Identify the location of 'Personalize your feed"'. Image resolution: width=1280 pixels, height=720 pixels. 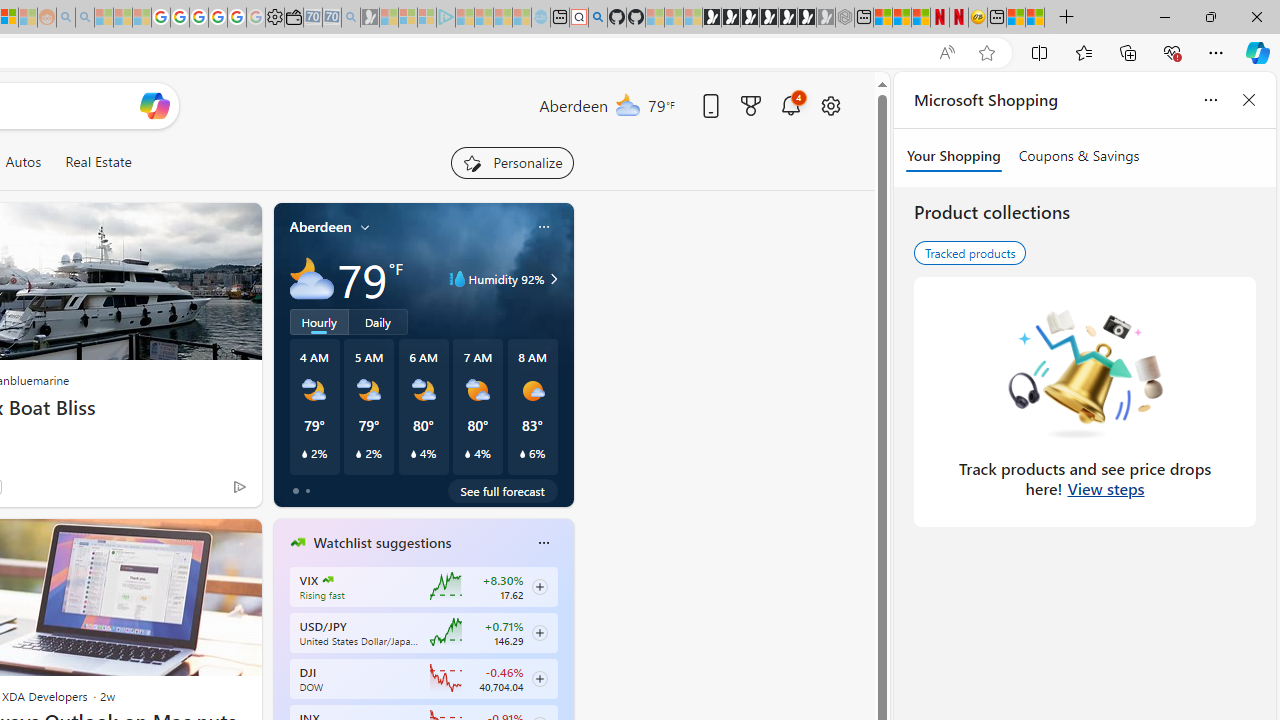
(512, 162).